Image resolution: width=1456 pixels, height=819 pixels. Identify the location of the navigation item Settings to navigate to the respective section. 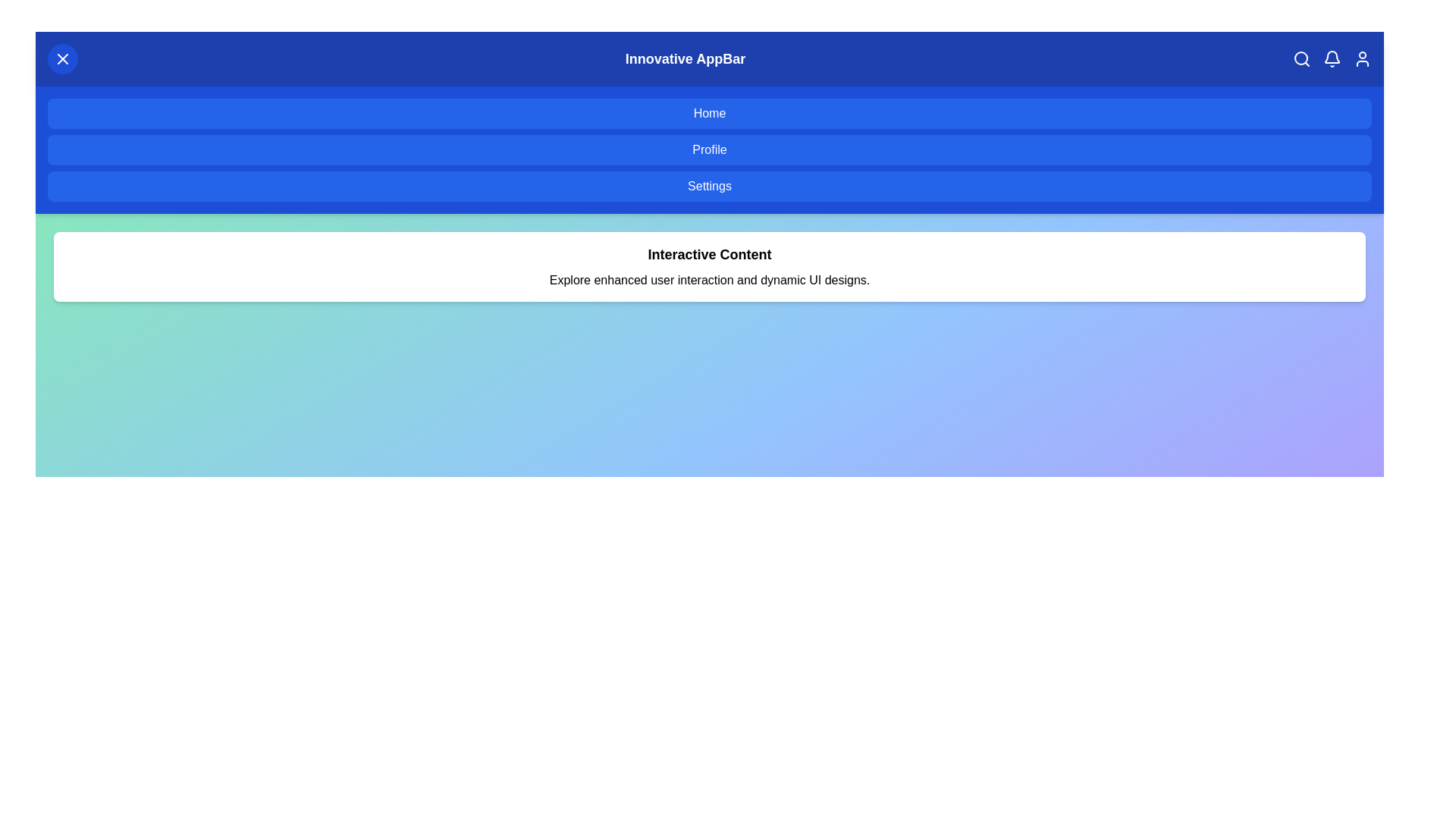
(709, 186).